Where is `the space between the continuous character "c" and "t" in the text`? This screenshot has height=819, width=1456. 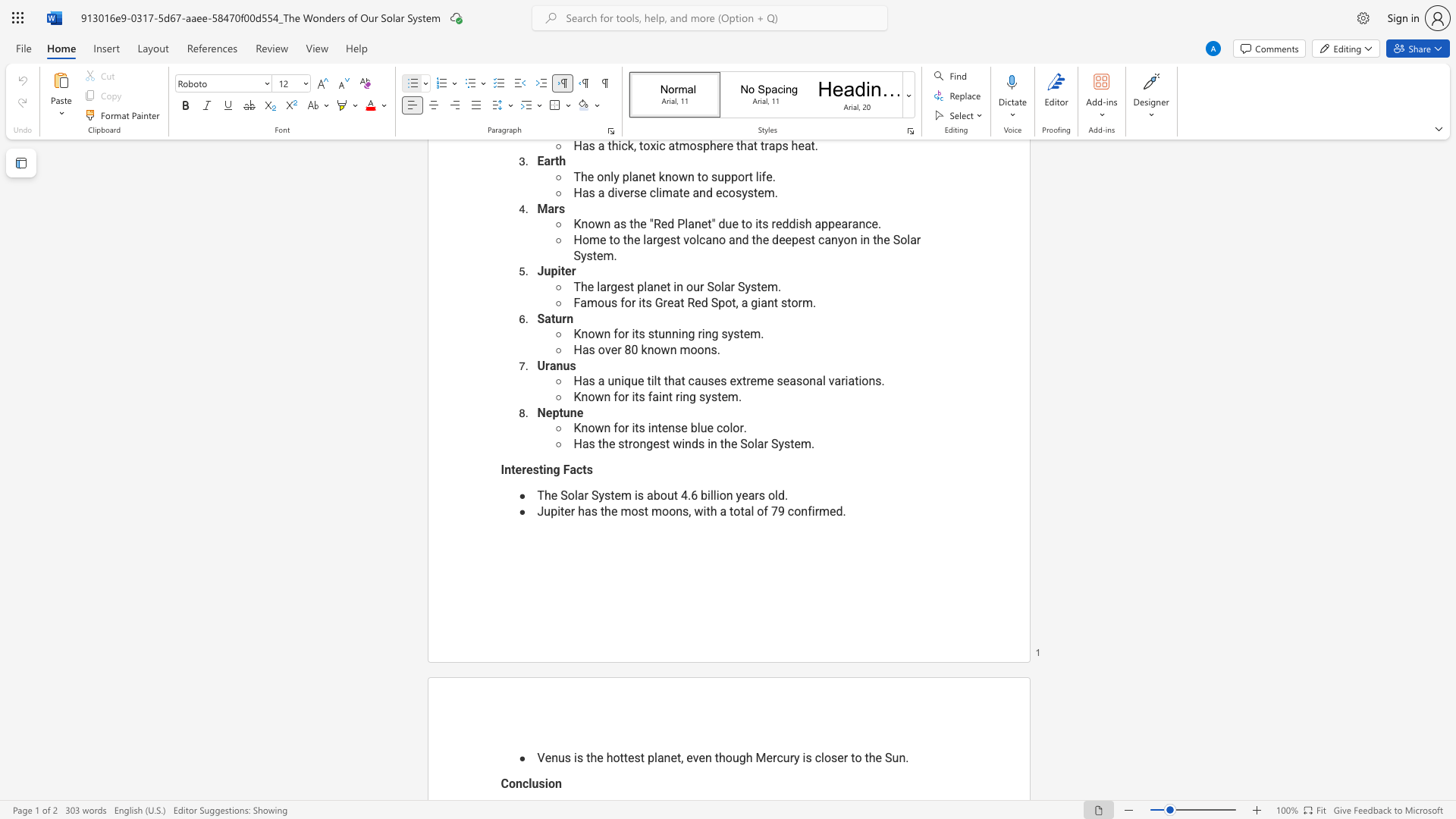 the space between the continuous character "c" and "t" in the text is located at coordinates (581, 469).